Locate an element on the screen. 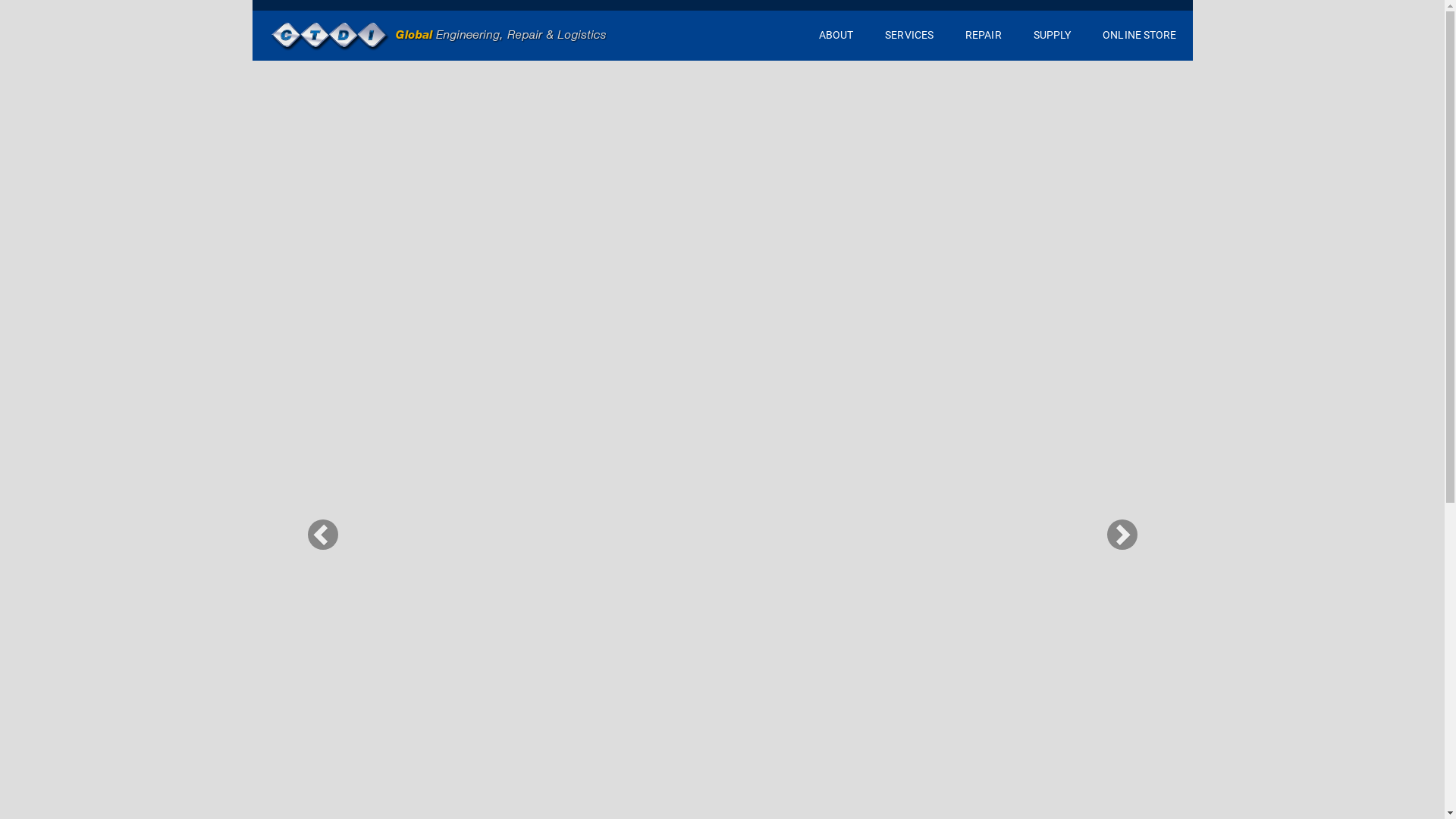 This screenshot has width=1456, height=819. 'REPAIR' is located at coordinates (983, 34).